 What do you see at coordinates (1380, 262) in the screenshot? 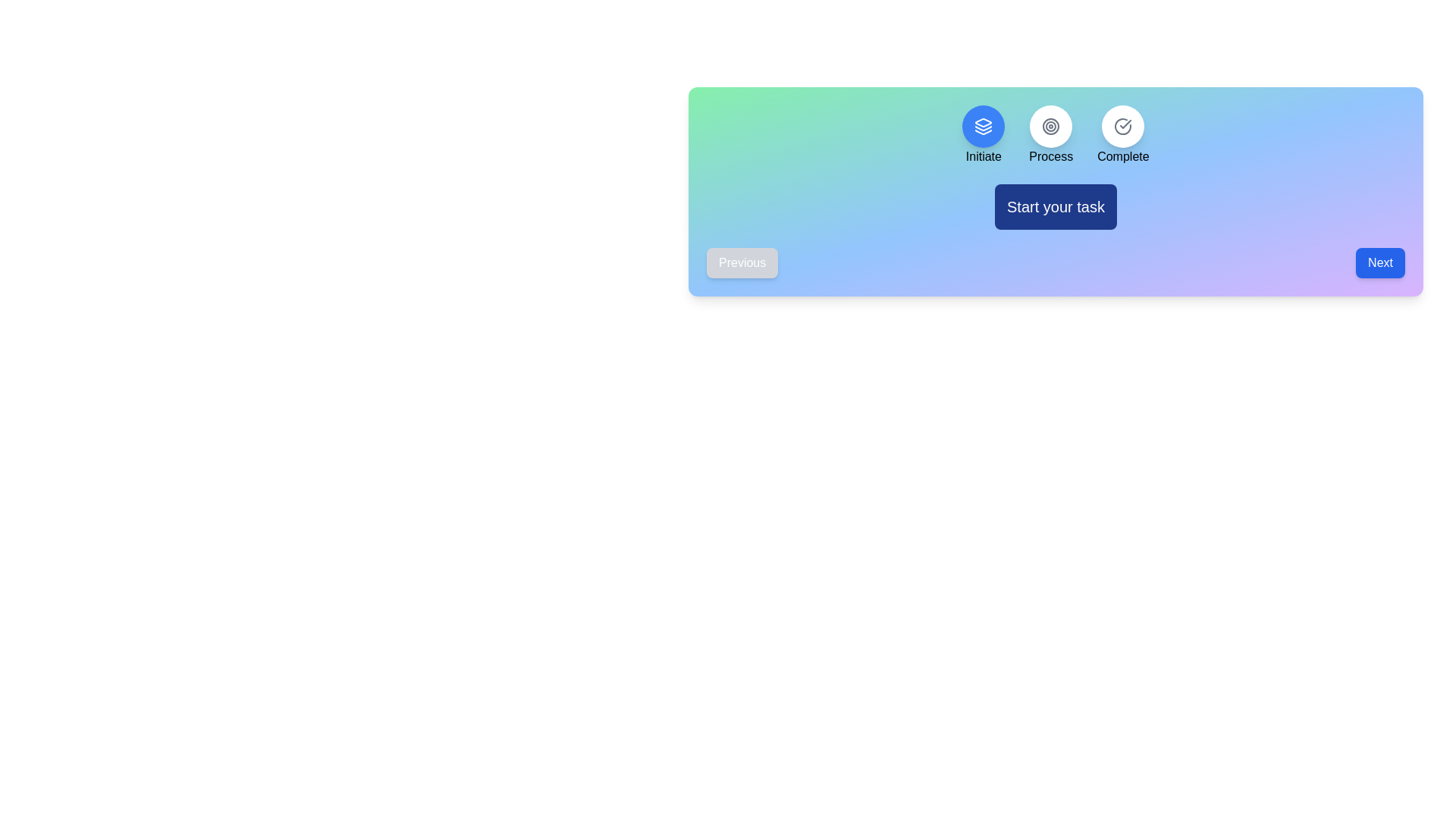
I see `the Next button to navigate the steps` at bounding box center [1380, 262].